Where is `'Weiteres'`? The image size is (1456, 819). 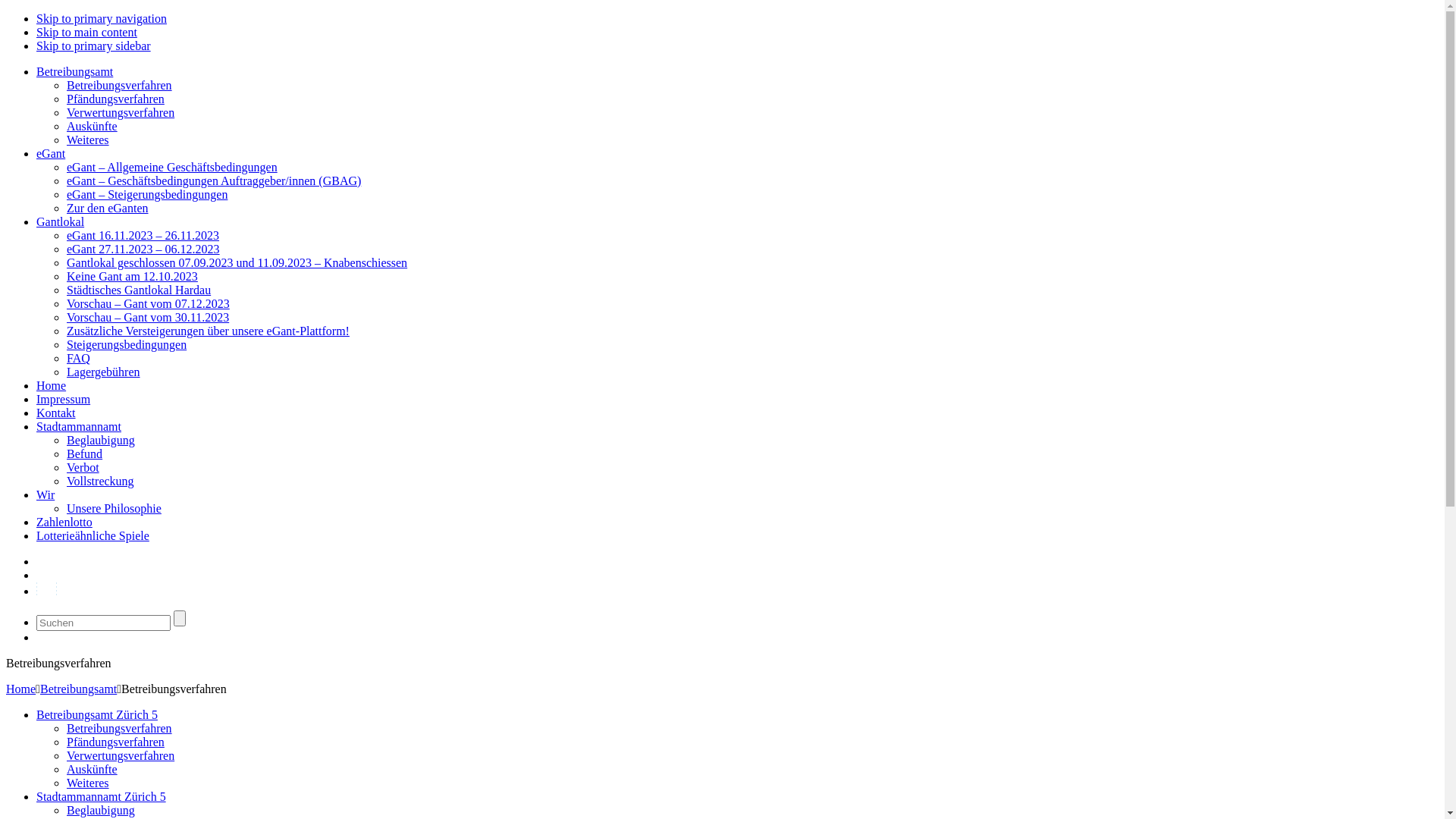 'Weiteres' is located at coordinates (86, 140).